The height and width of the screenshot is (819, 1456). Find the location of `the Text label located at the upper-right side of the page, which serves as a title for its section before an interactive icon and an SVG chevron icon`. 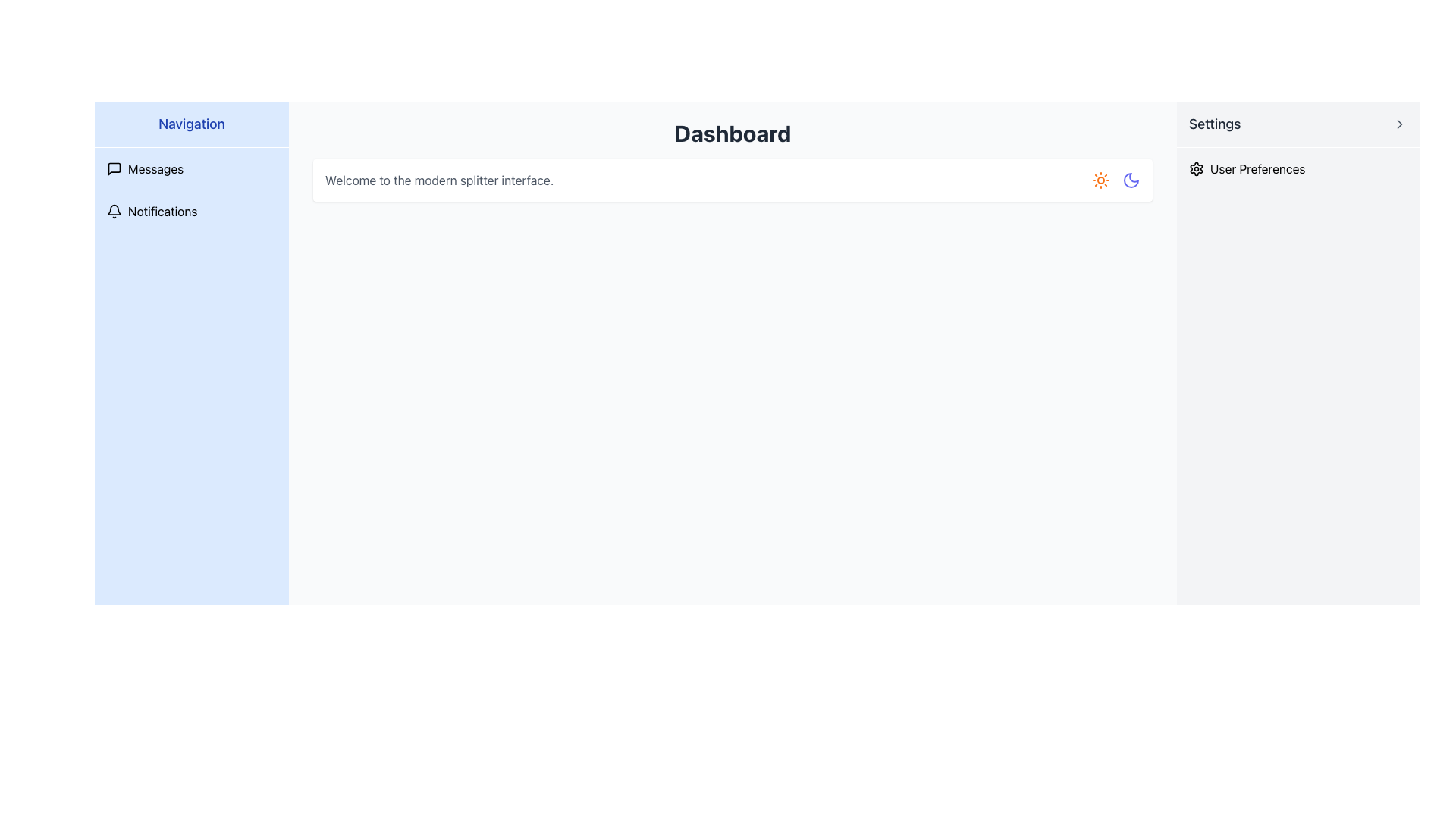

the Text label located at the upper-right side of the page, which serves as a title for its section before an interactive icon and an SVG chevron icon is located at coordinates (1215, 124).